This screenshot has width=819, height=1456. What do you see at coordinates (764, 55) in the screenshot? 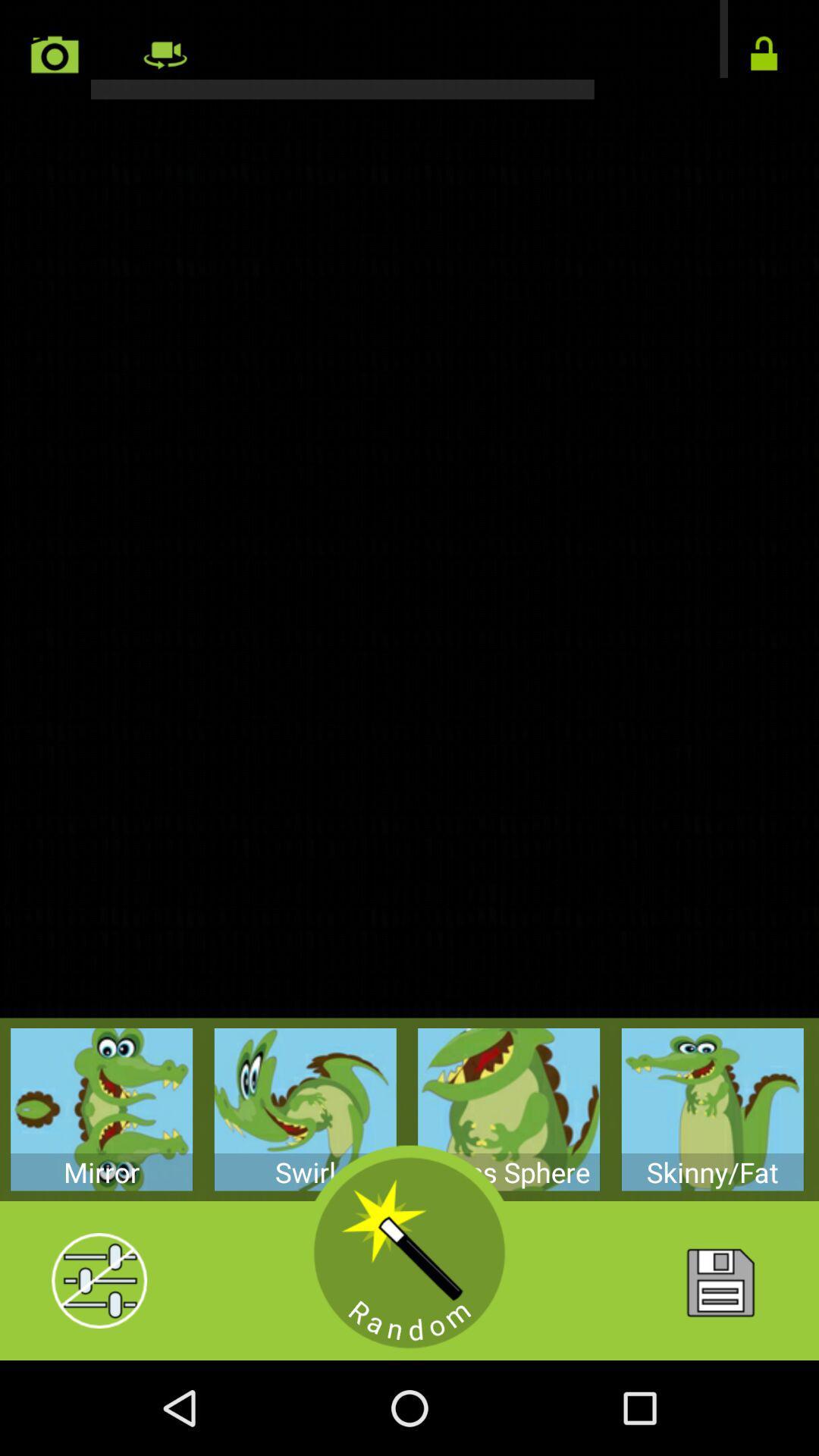
I see `the item at the top right corner` at bounding box center [764, 55].